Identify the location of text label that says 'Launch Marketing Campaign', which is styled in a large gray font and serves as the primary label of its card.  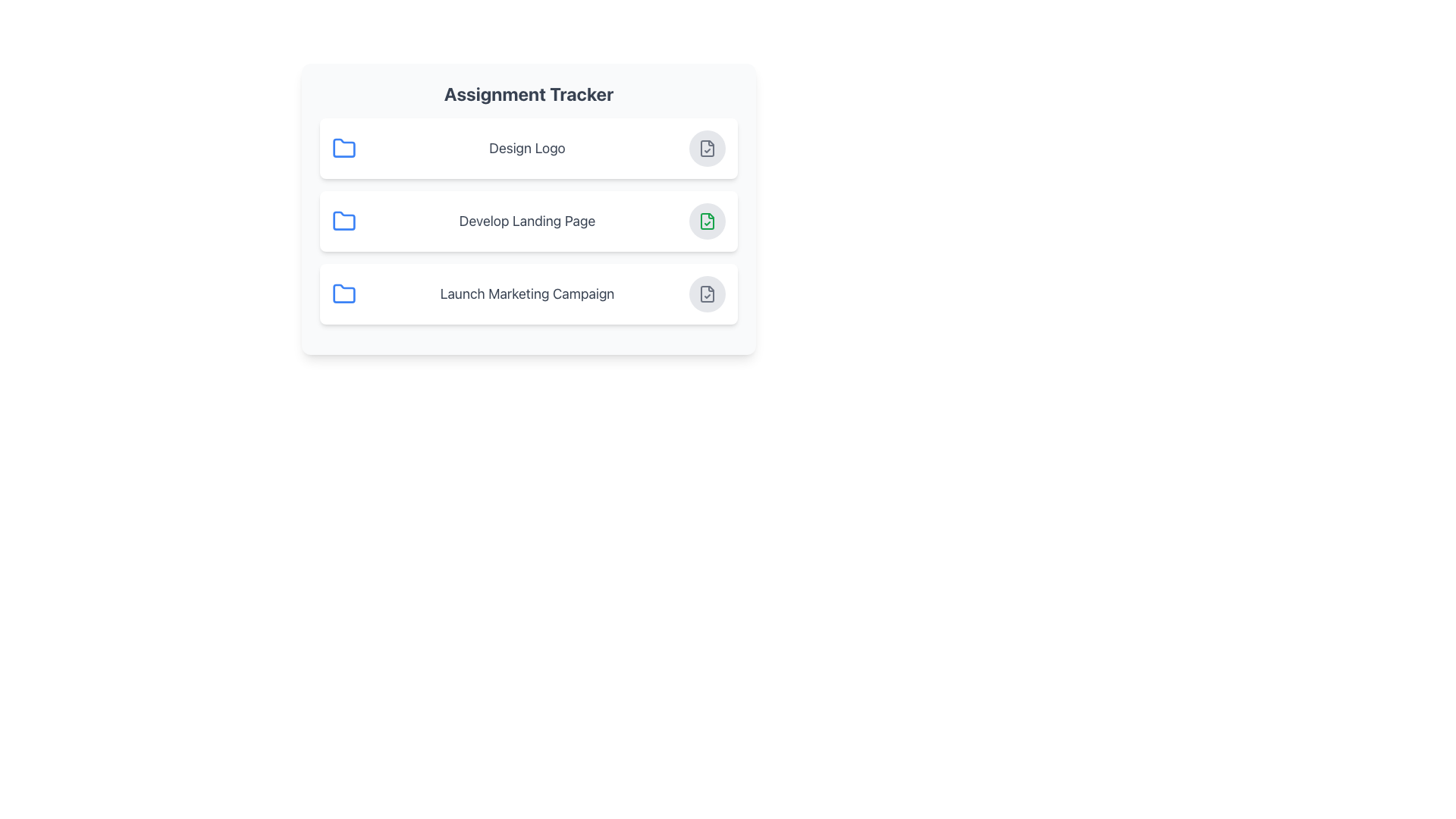
(527, 294).